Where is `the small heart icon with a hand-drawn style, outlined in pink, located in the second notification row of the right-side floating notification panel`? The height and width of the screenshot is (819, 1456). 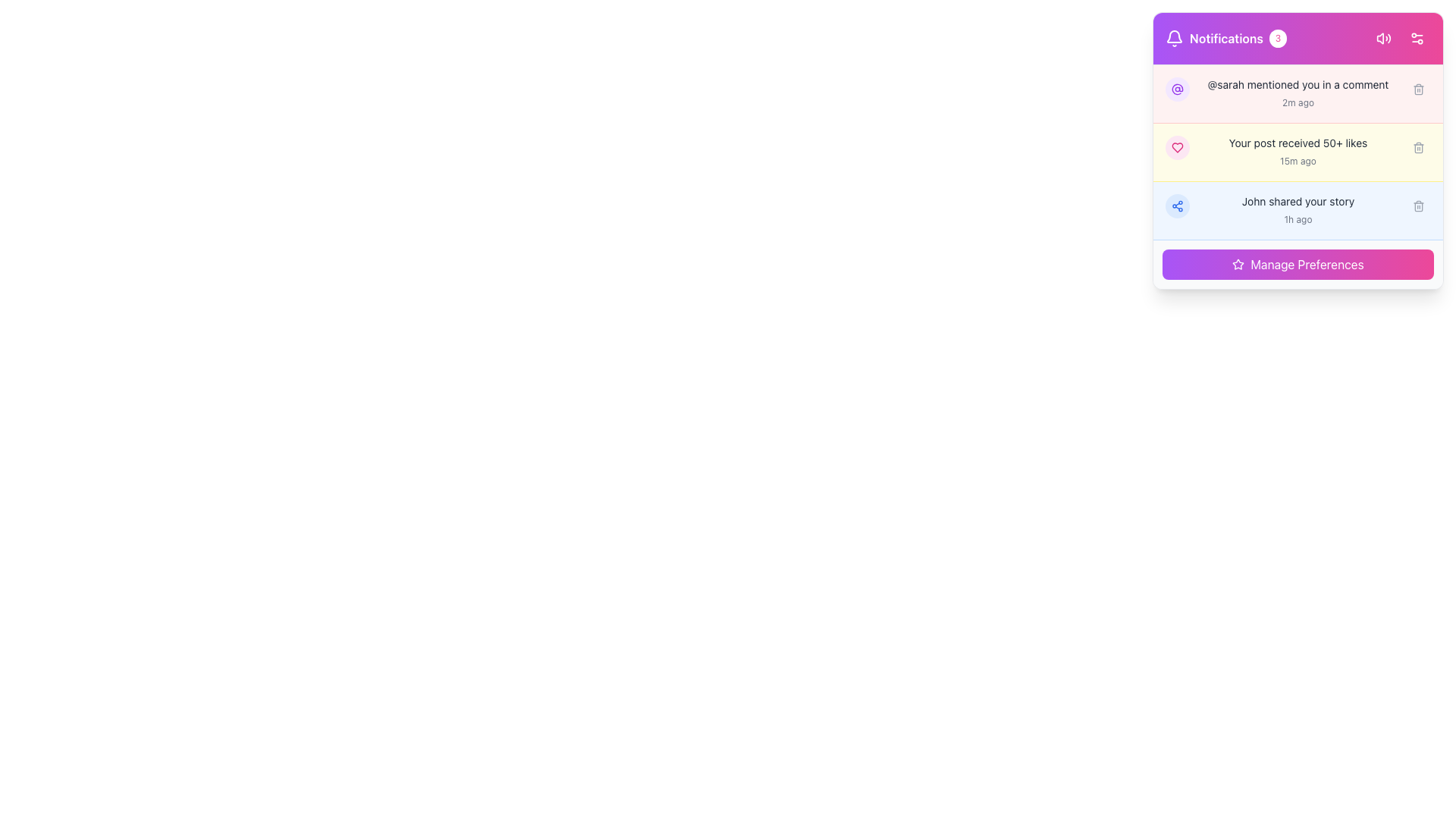 the small heart icon with a hand-drawn style, outlined in pink, located in the second notification row of the right-side floating notification panel is located at coordinates (1177, 148).